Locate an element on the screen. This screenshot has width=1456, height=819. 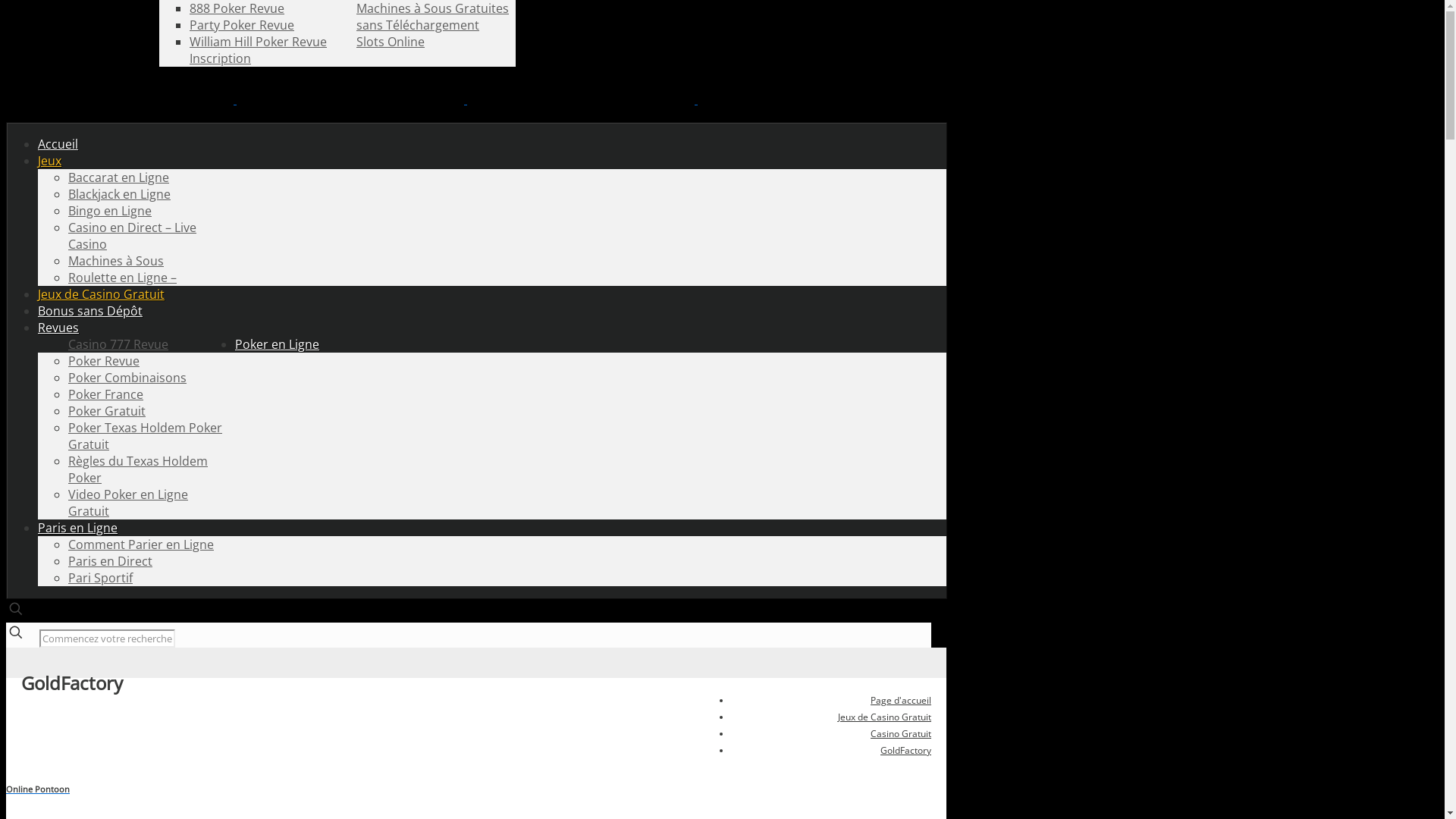
'Casino en Ligne Suisse' is located at coordinates (465, 99).